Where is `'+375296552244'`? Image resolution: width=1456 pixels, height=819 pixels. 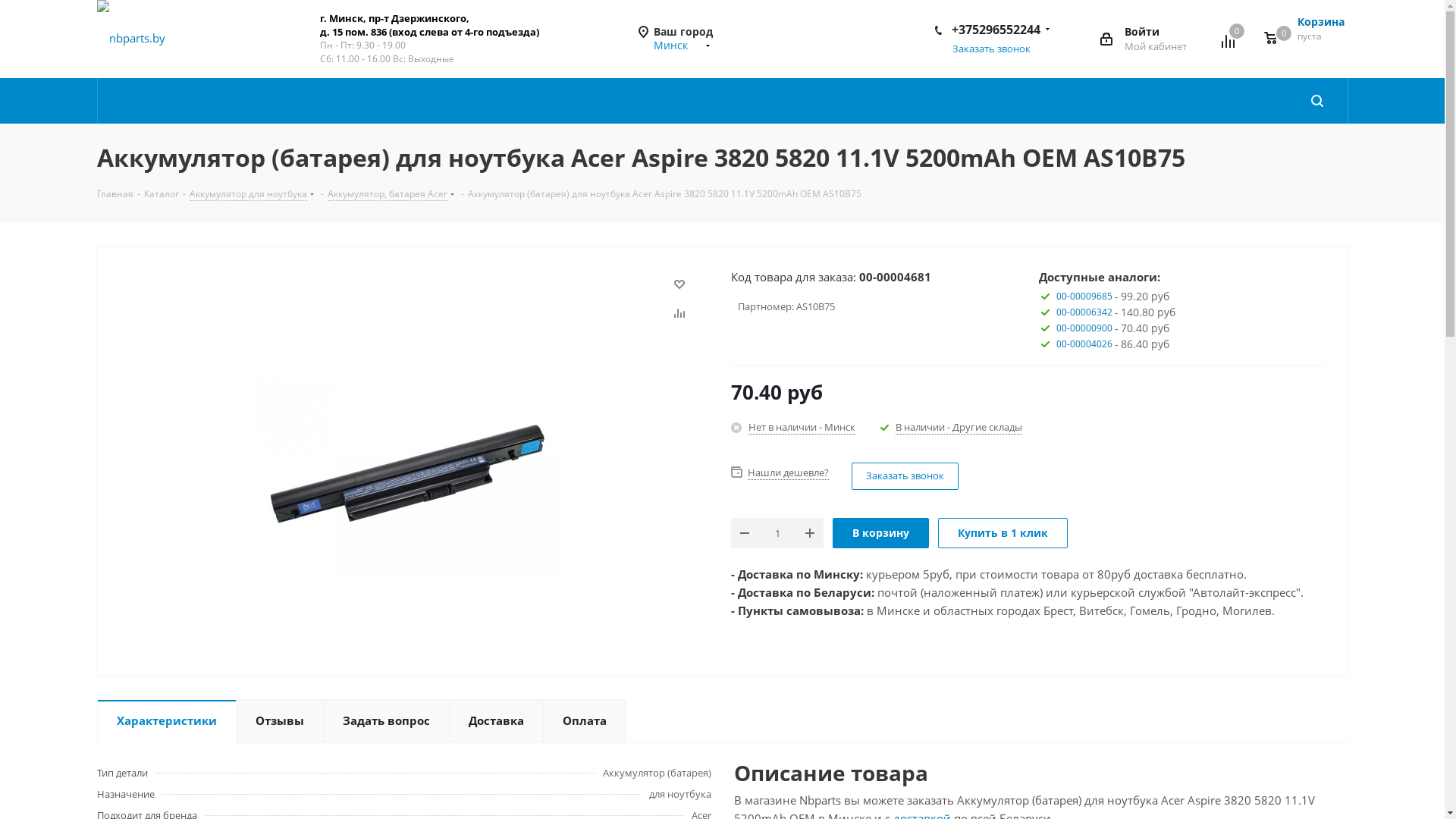
'+375296552244' is located at coordinates (995, 29).